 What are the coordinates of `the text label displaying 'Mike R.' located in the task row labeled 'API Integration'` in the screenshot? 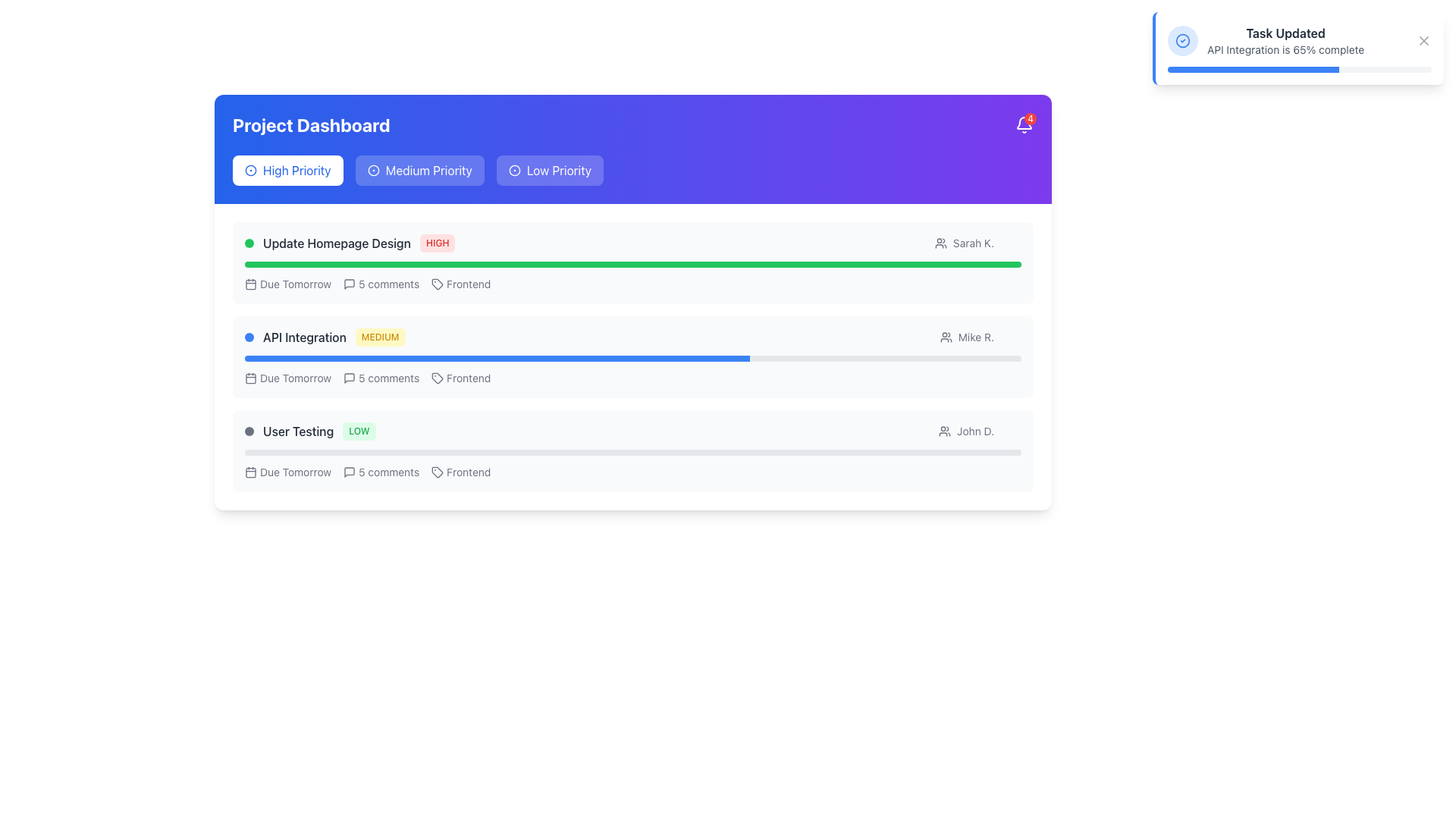 It's located at (976, 336).